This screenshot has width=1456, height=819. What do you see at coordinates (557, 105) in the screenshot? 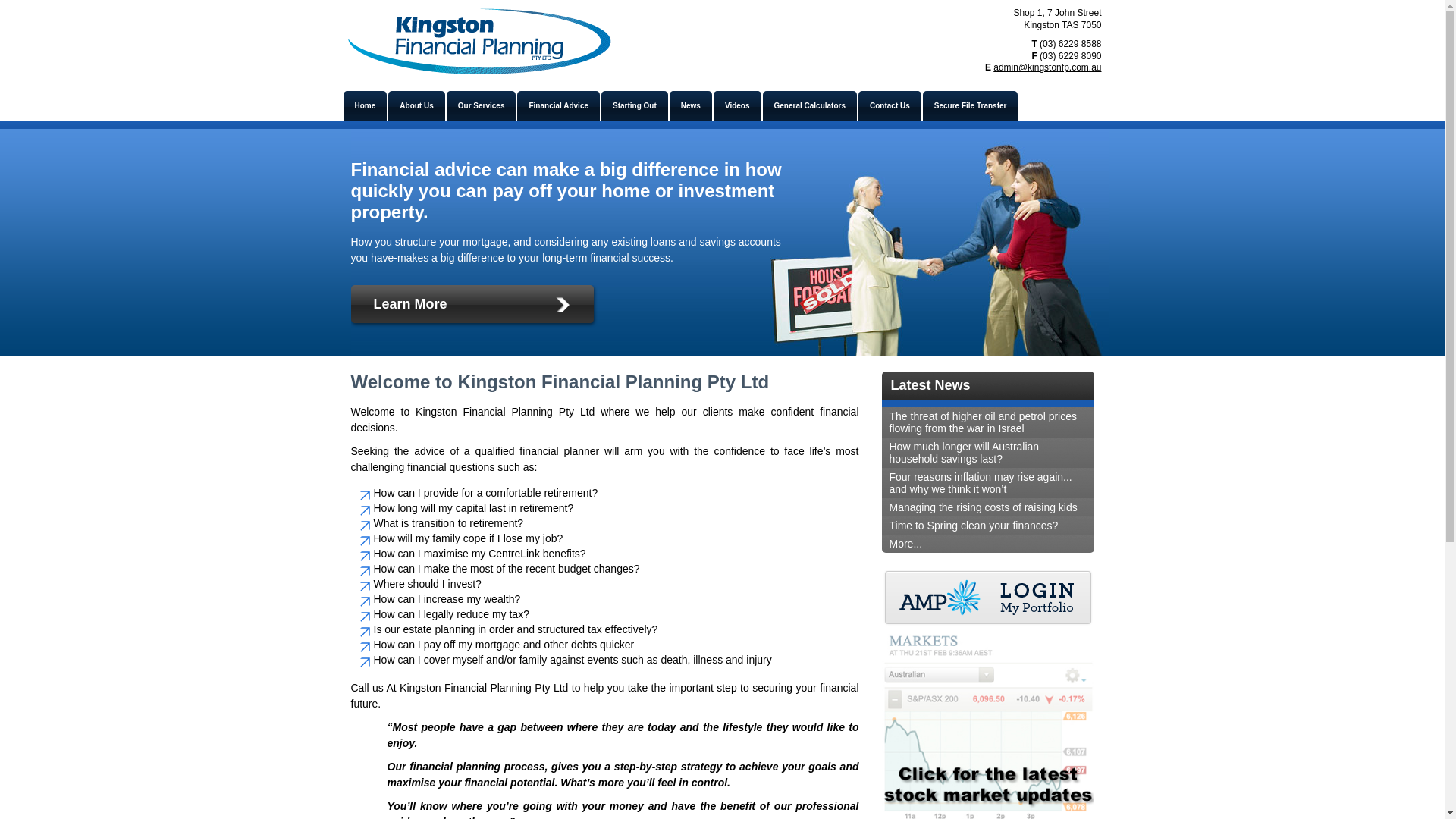
I see `'Financial Advice'` at bounding box center [557, 105].